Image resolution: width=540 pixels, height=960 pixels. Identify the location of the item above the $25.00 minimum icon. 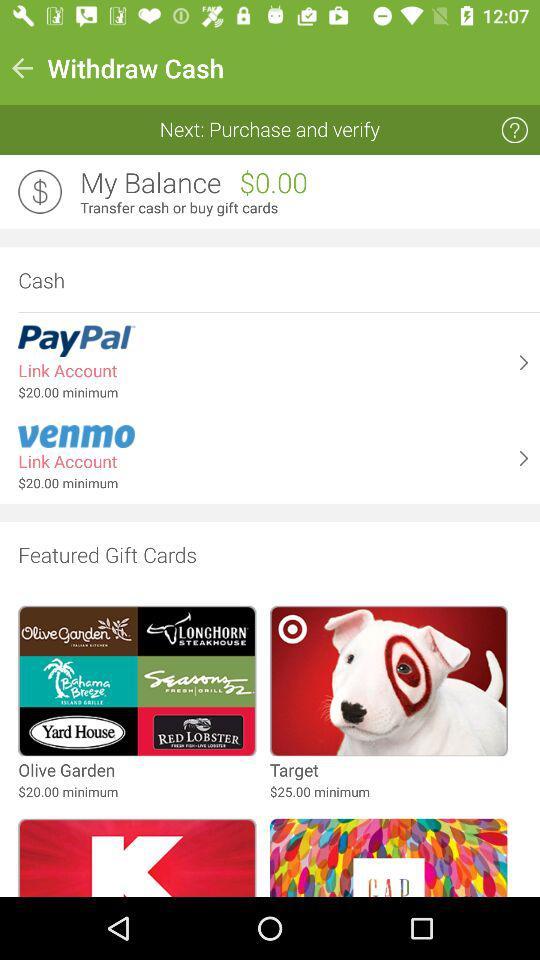
(293, 769).